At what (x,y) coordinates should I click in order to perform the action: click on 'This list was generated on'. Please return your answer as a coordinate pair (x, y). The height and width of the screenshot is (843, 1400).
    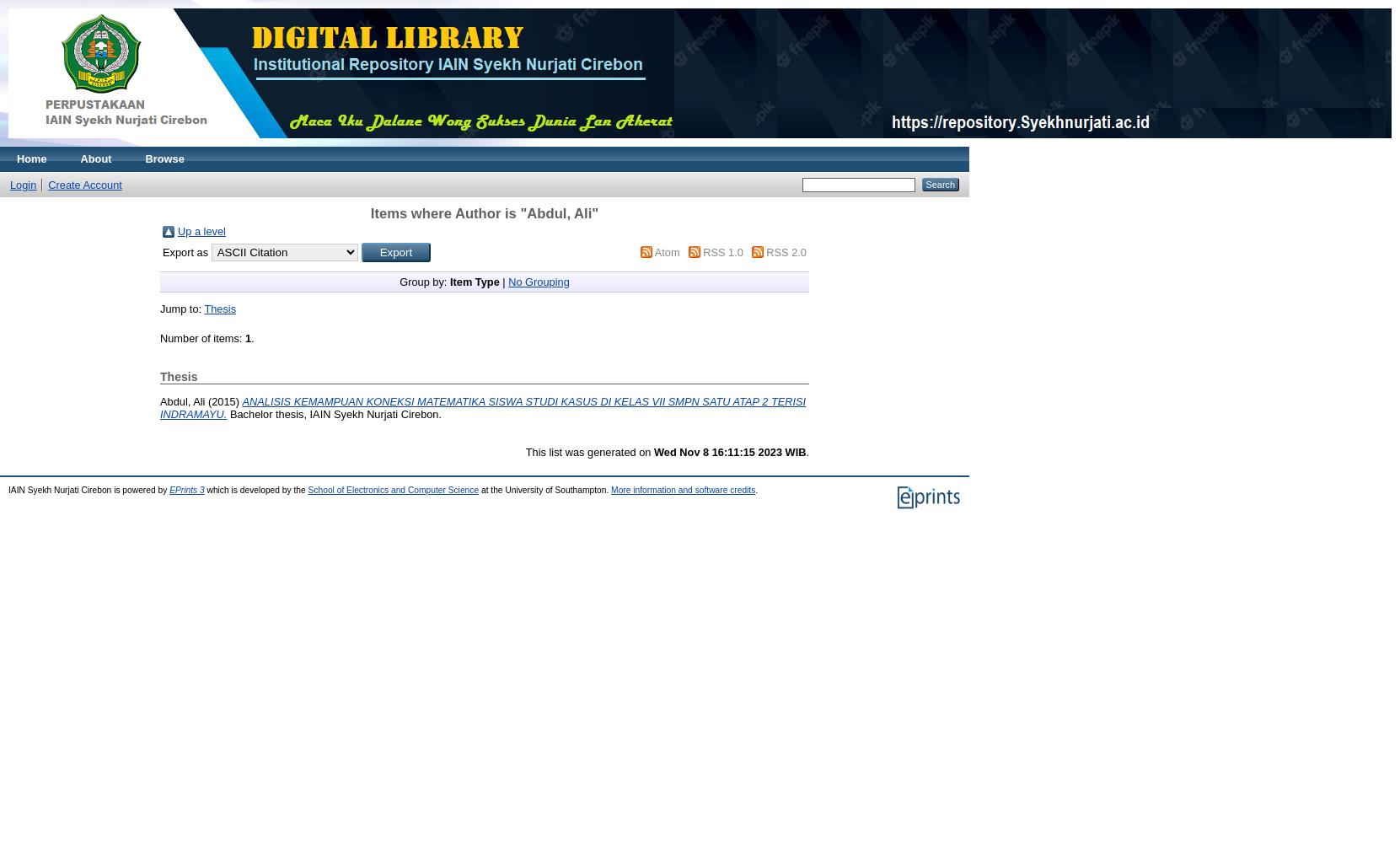
    Looking at the image, I should click on (589, 451).